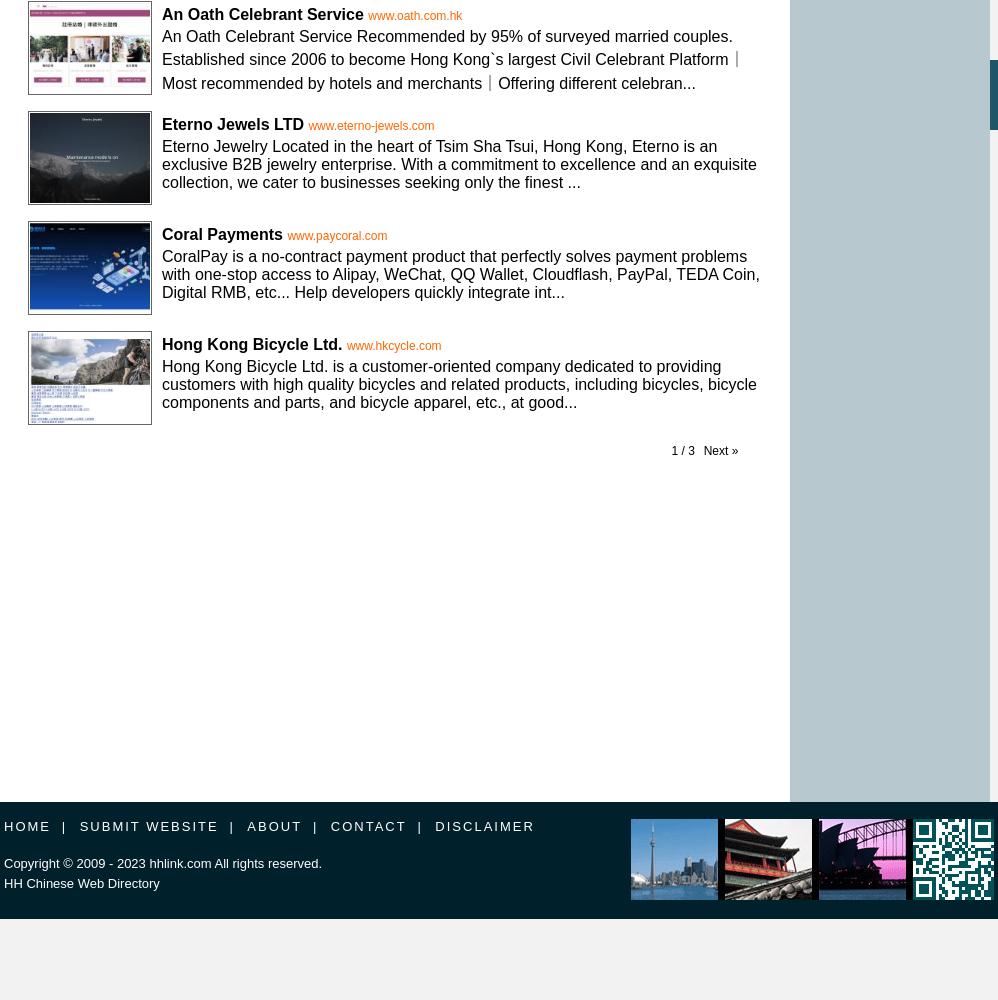 Image resolution: width=998 pixels, height=1000 pixels. Describe the element at coordinates (337, 234) in the screenshot. I see `'www.paycoral.com'` at that location.